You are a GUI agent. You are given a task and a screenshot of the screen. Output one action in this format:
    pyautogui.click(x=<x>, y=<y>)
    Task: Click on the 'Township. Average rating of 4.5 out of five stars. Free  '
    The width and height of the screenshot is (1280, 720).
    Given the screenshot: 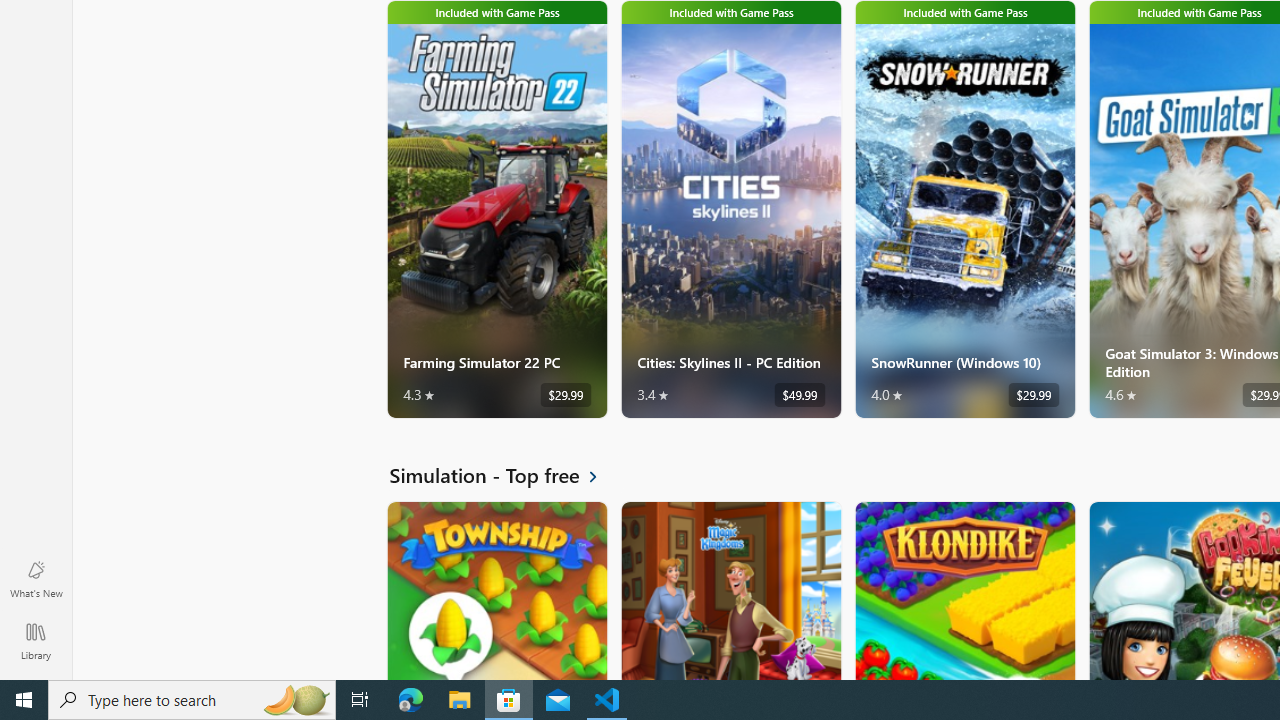 What is the action you would take?
    pyautogui.click(x=497, y=589)
    